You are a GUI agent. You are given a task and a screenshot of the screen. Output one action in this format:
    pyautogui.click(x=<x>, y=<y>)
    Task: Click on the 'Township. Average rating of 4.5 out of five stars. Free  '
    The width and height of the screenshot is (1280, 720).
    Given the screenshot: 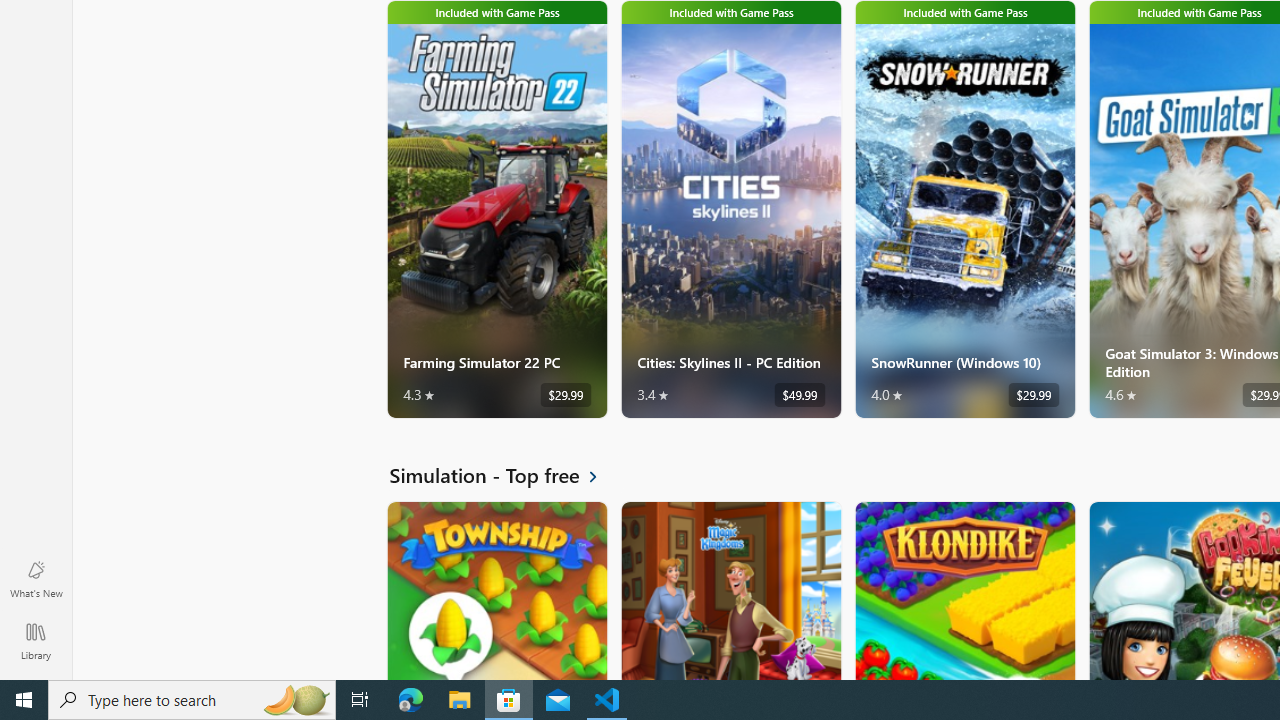 What is the action you would take?
    pyautogui.click(x=497, y=589)
    